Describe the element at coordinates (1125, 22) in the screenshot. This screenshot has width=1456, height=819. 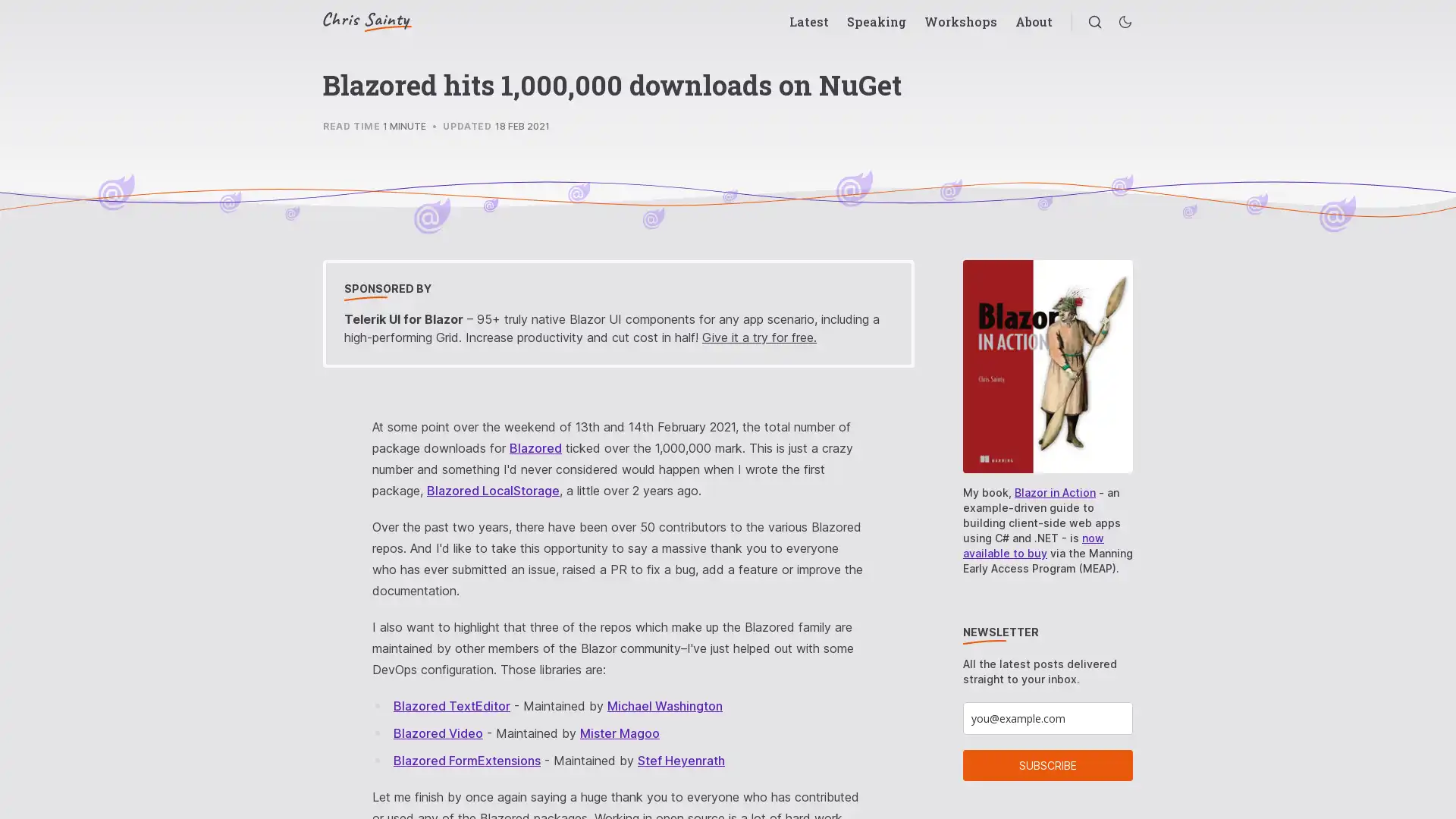
I see `Enable dark mode` at that location.